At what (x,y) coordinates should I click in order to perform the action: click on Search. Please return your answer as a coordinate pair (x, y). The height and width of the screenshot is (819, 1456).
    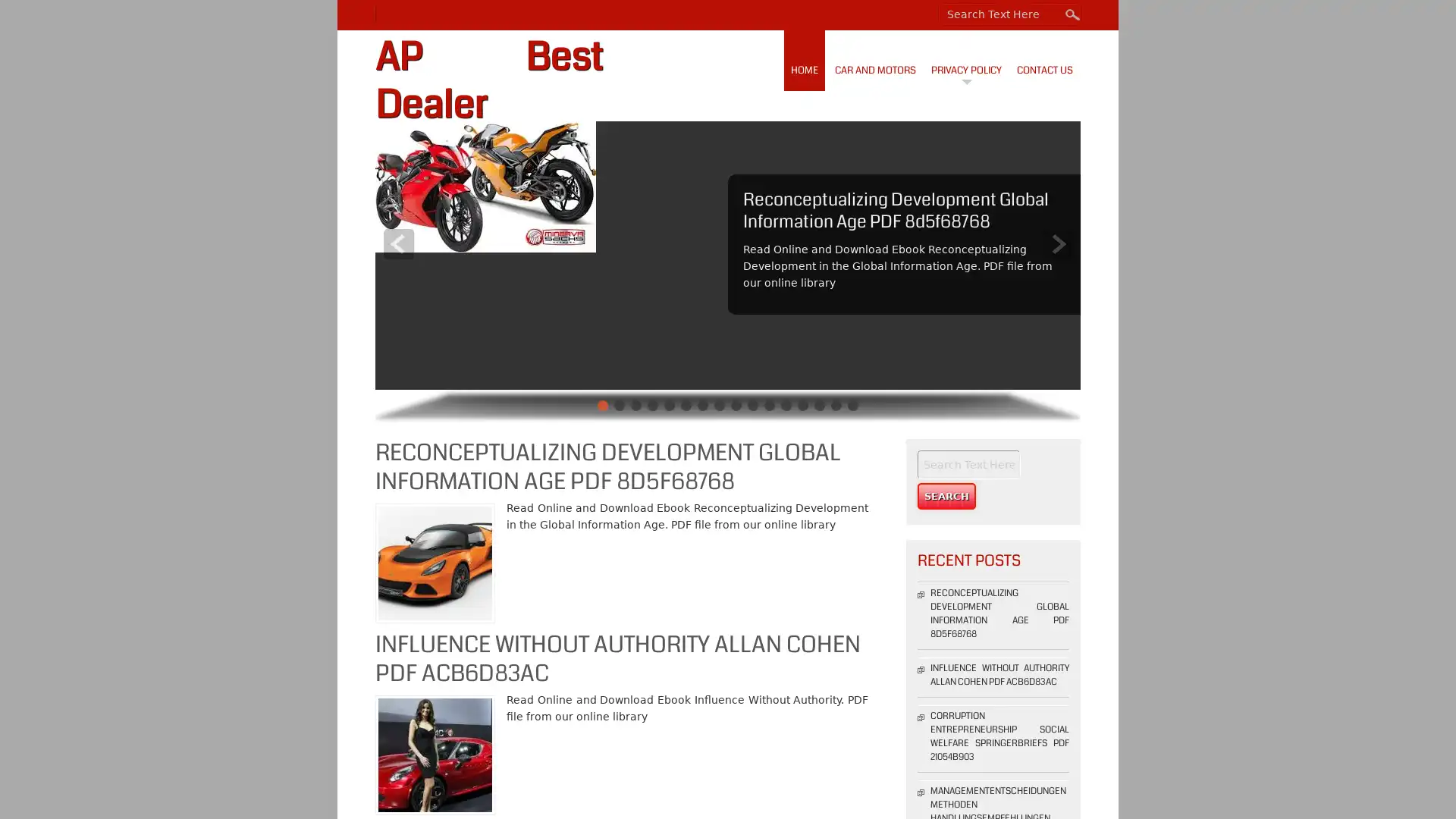
    Looking at the image, I should click on (946, 496).